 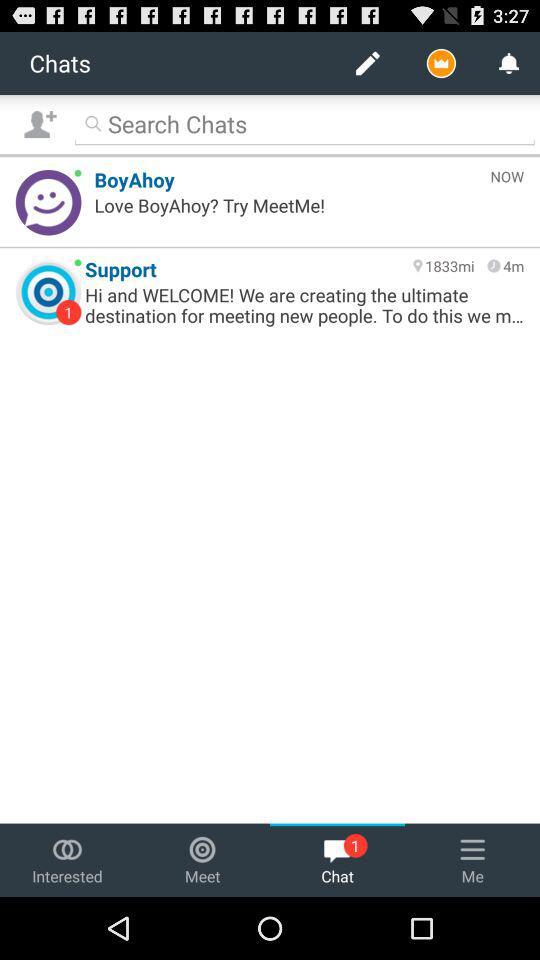 What do you see at coordinates (76, 261) in the screenshot?
I see `the green color dot which is just beside the support` at bounding box center [76, 261].